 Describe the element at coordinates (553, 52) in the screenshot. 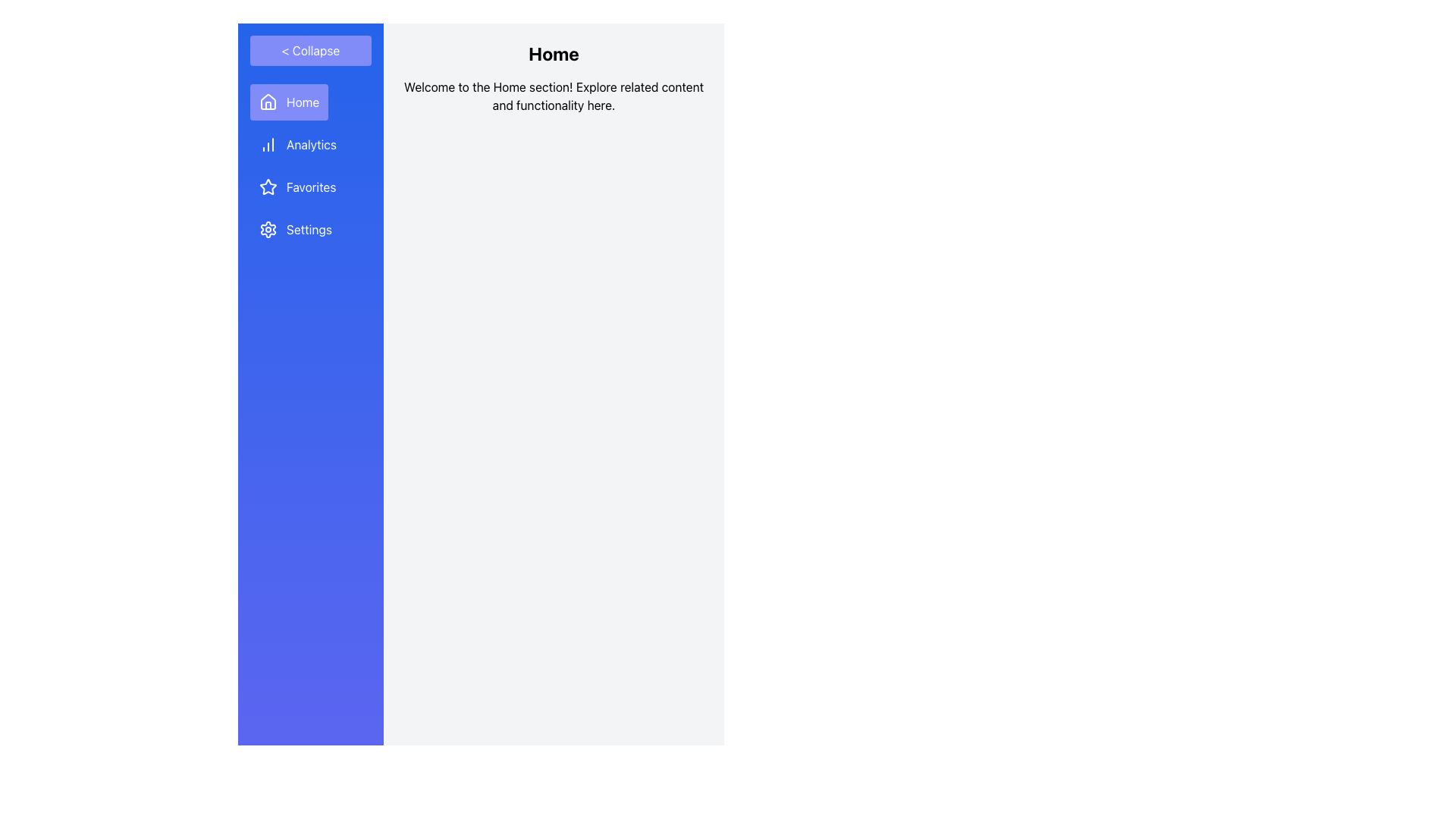

I see `text 'Home' displayed in bold and large font size in the header section, which is prominently styled against a light gray background` at that location.